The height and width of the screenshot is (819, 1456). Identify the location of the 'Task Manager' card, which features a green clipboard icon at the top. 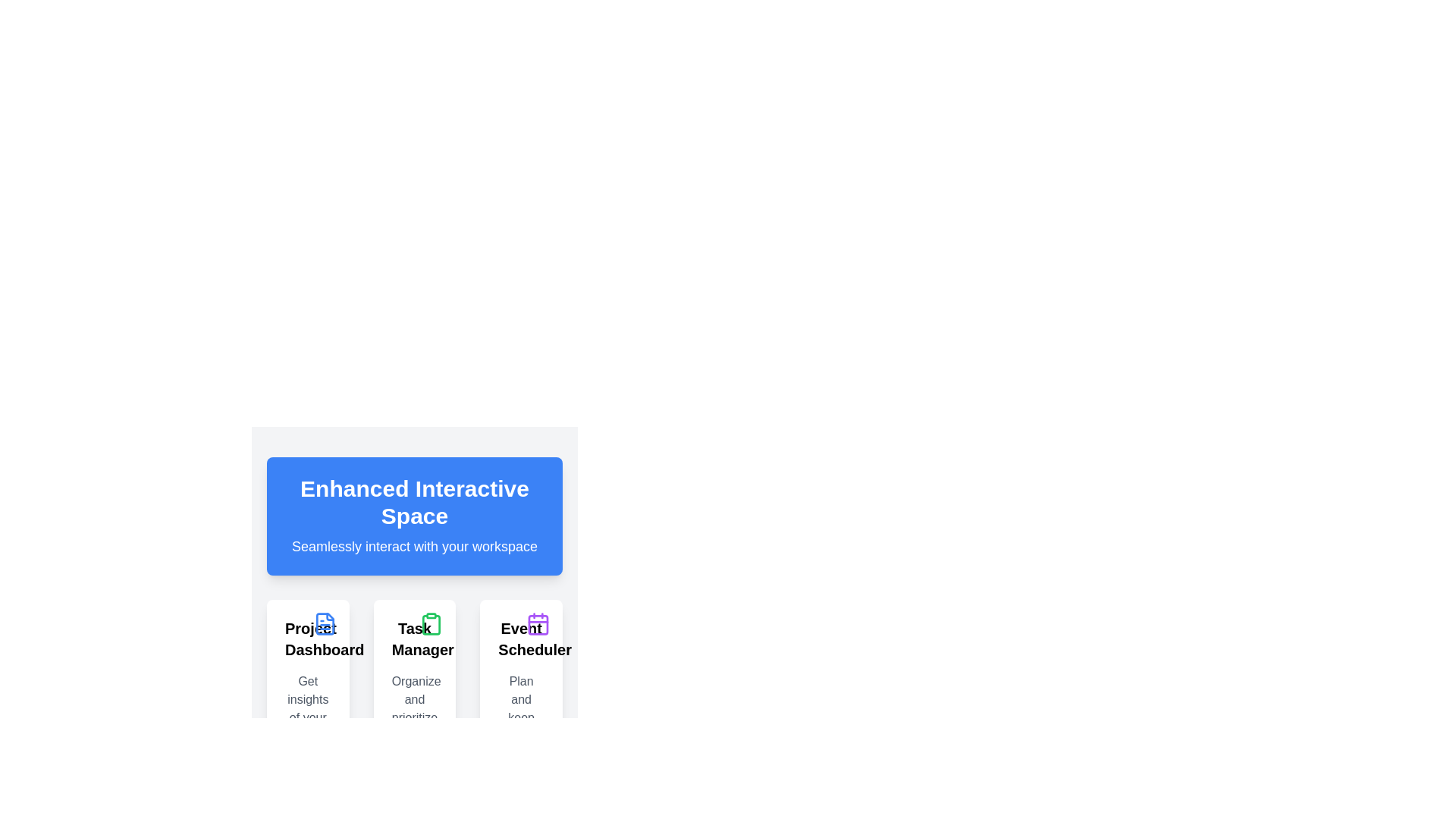
(415, 708).